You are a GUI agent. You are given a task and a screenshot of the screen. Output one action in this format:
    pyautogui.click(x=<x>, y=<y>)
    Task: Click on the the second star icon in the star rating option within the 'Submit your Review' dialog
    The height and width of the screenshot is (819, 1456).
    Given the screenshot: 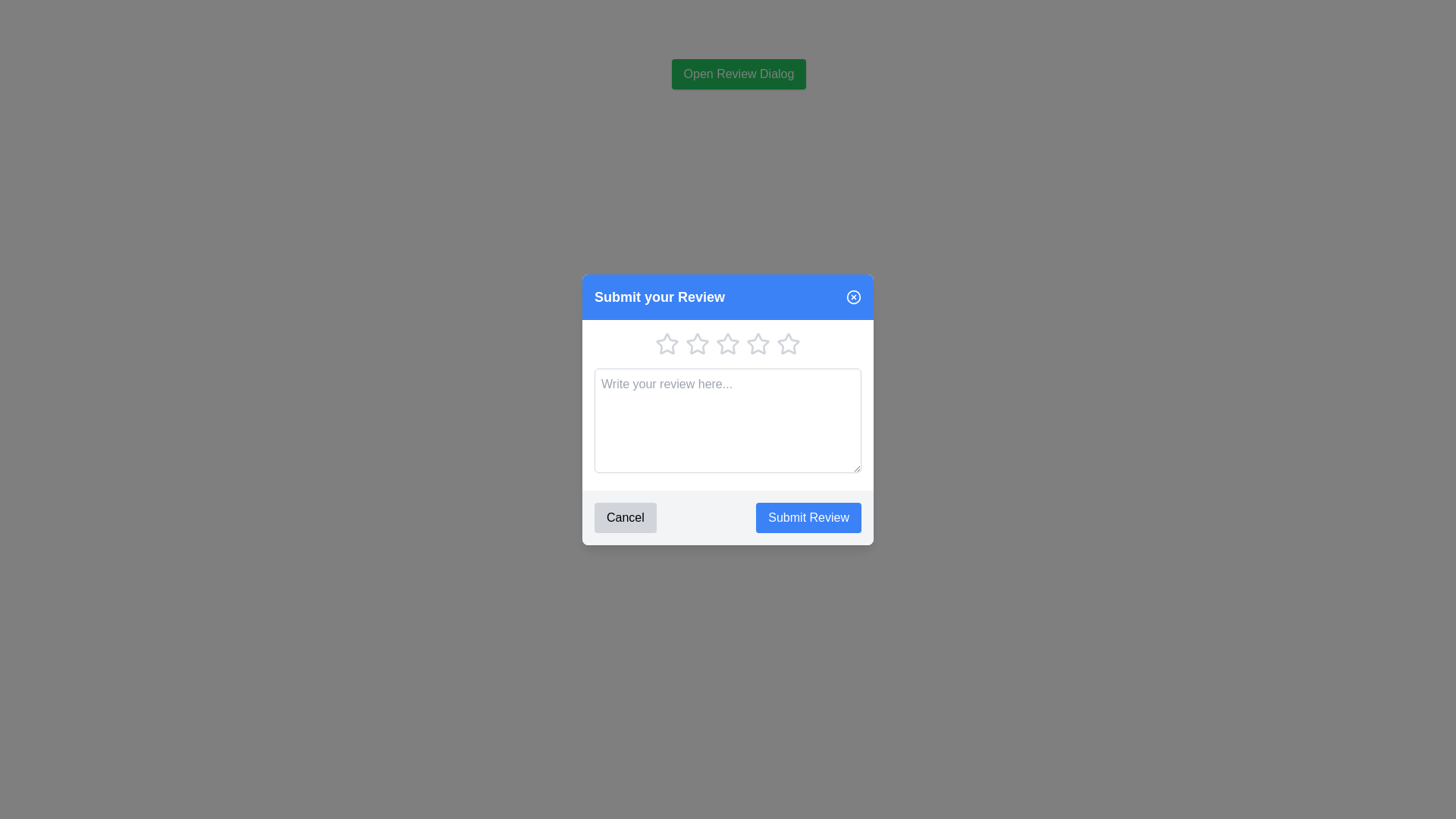 What is the action you would take?
    pyautogui.click(x=697, y=344)
    